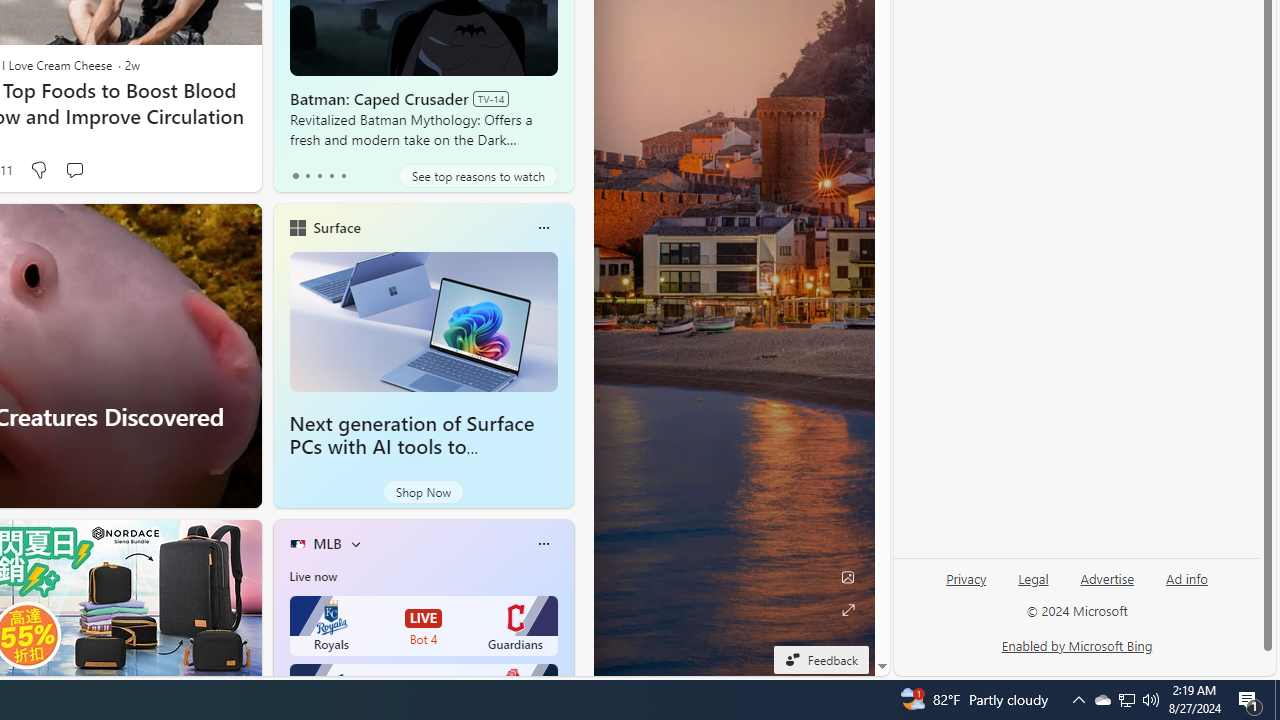 This screenshot has width=1280, height=720. What do you see at coordinates (422, 625) in the screenshot?
I see `'Royals LIVE Bot 4 Guardians'` at bounding box center [422, 625].